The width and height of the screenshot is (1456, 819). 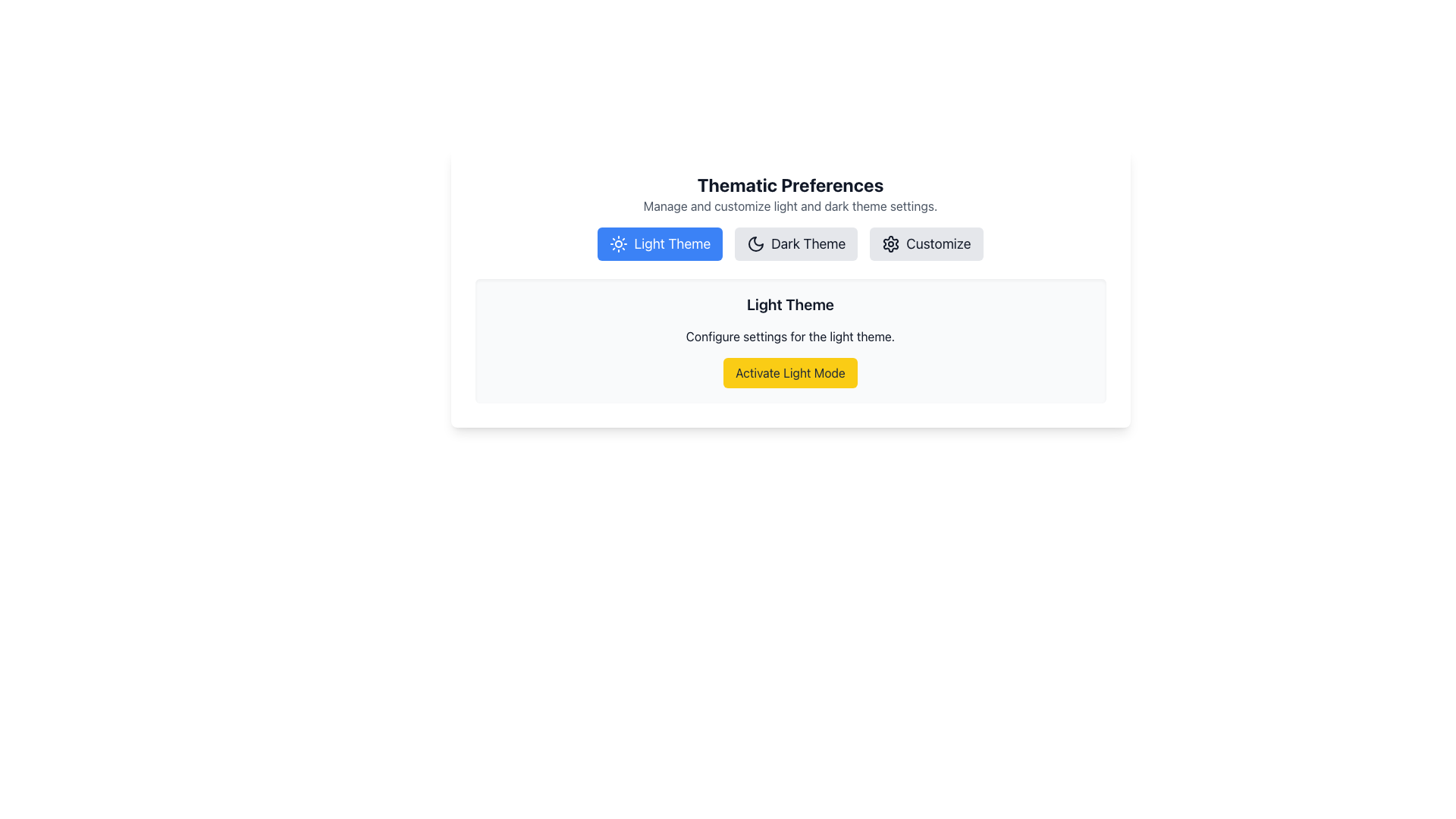 What do you see at coordinates (756, 243) in the screenshot?
I see `the 'Dark Theme' icon located in the 'Thematic Preferences' section of the interface` at bounding box center [756, 243].